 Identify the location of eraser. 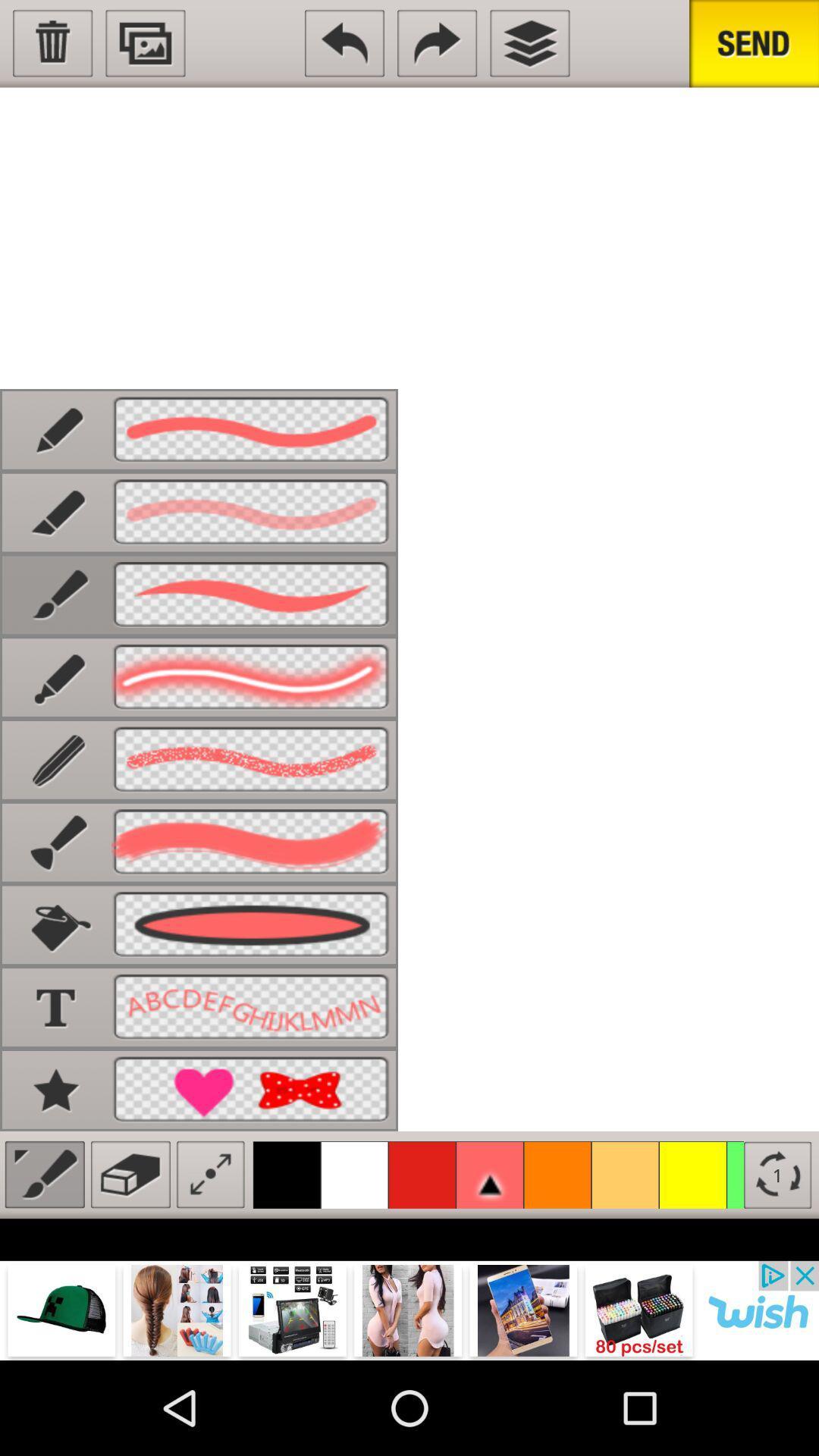
(130, 1174).